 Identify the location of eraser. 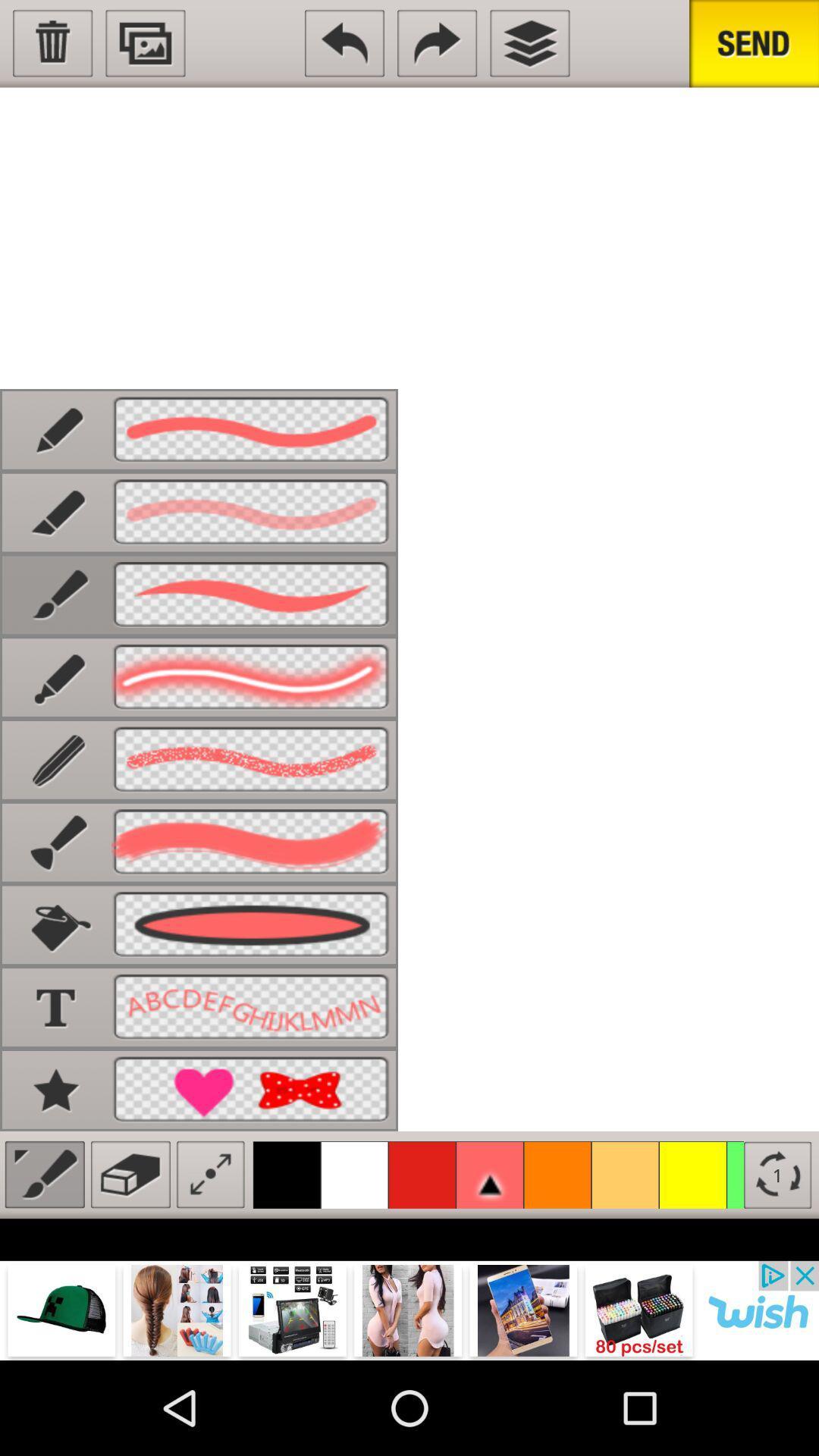
(130, 1174).